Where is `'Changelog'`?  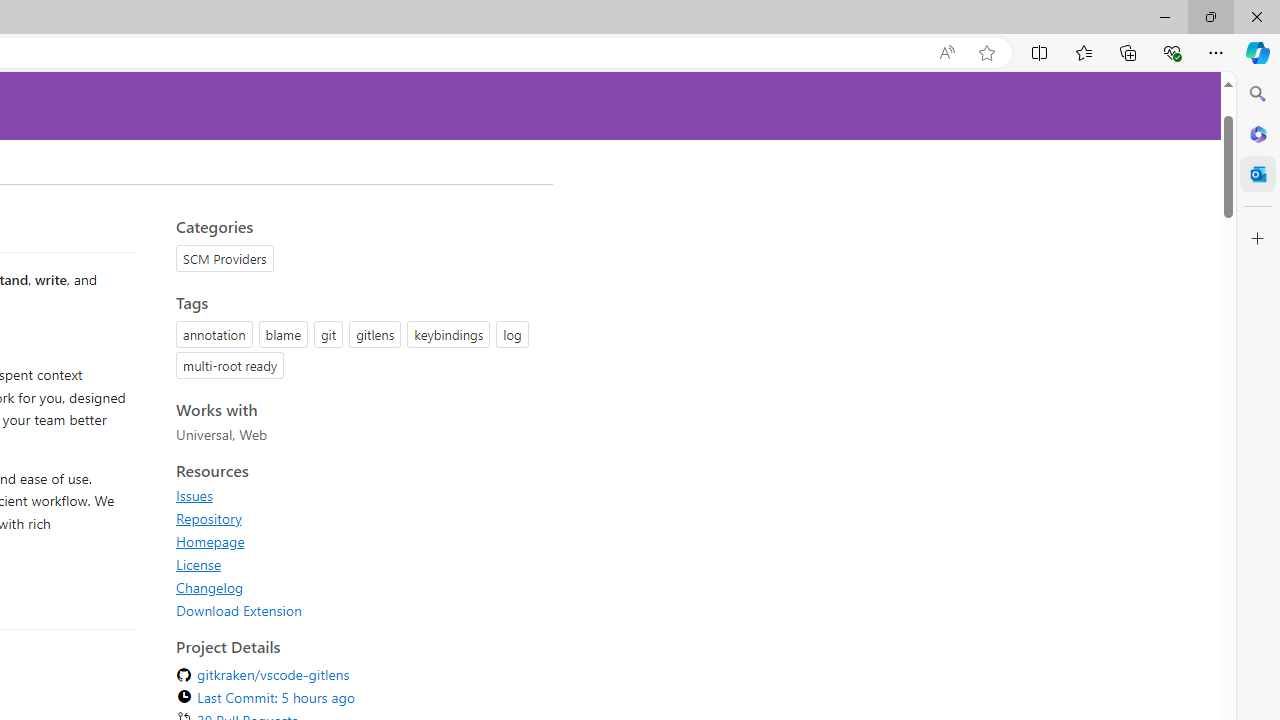
'Changelog' is located at coordinates (210, 586).